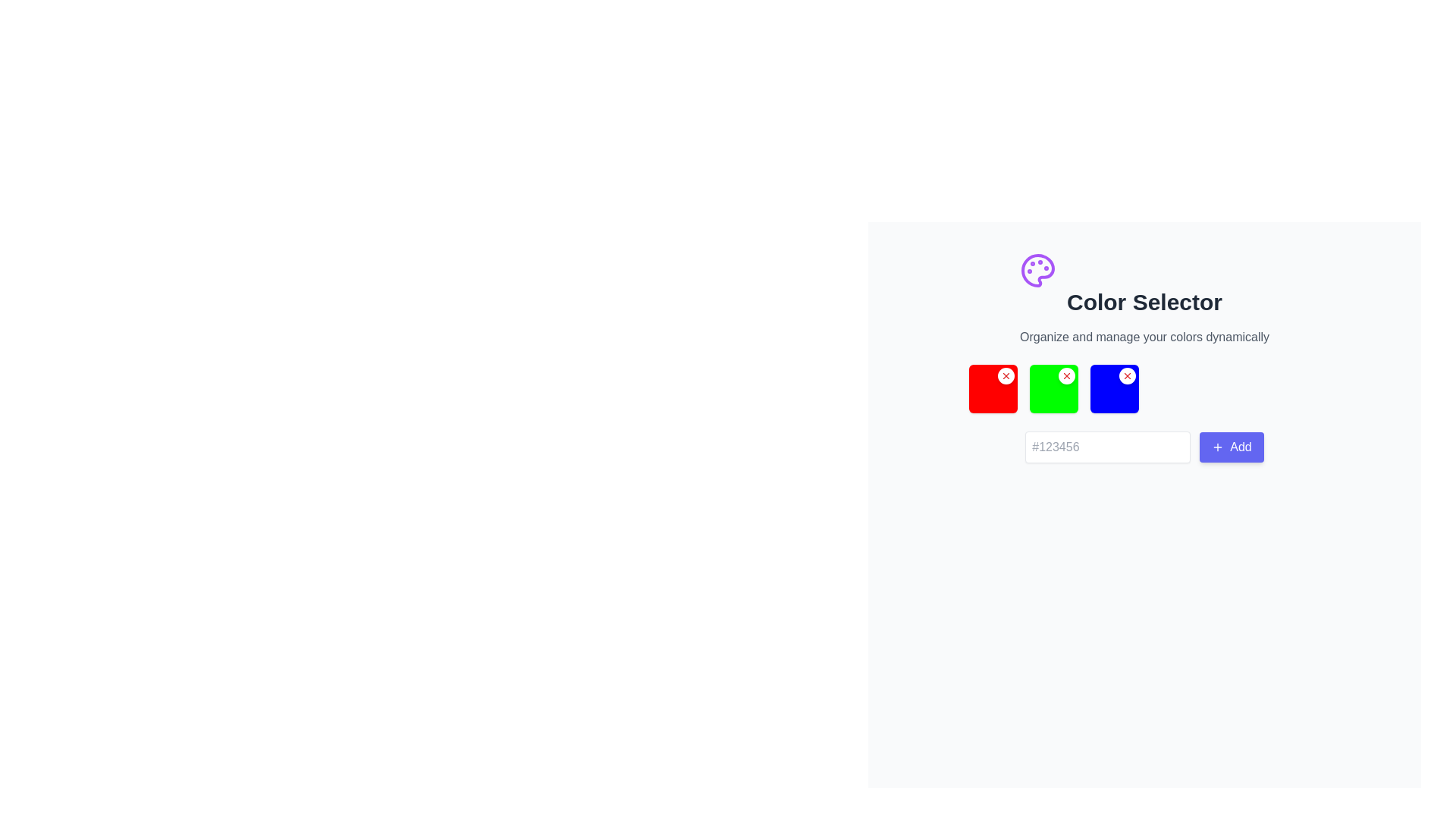  Describe the element at coordinates (993, 388) in the screenshot. I see `on the bright red color swatch with a close button located at the leftmost side of the grid` at that location.